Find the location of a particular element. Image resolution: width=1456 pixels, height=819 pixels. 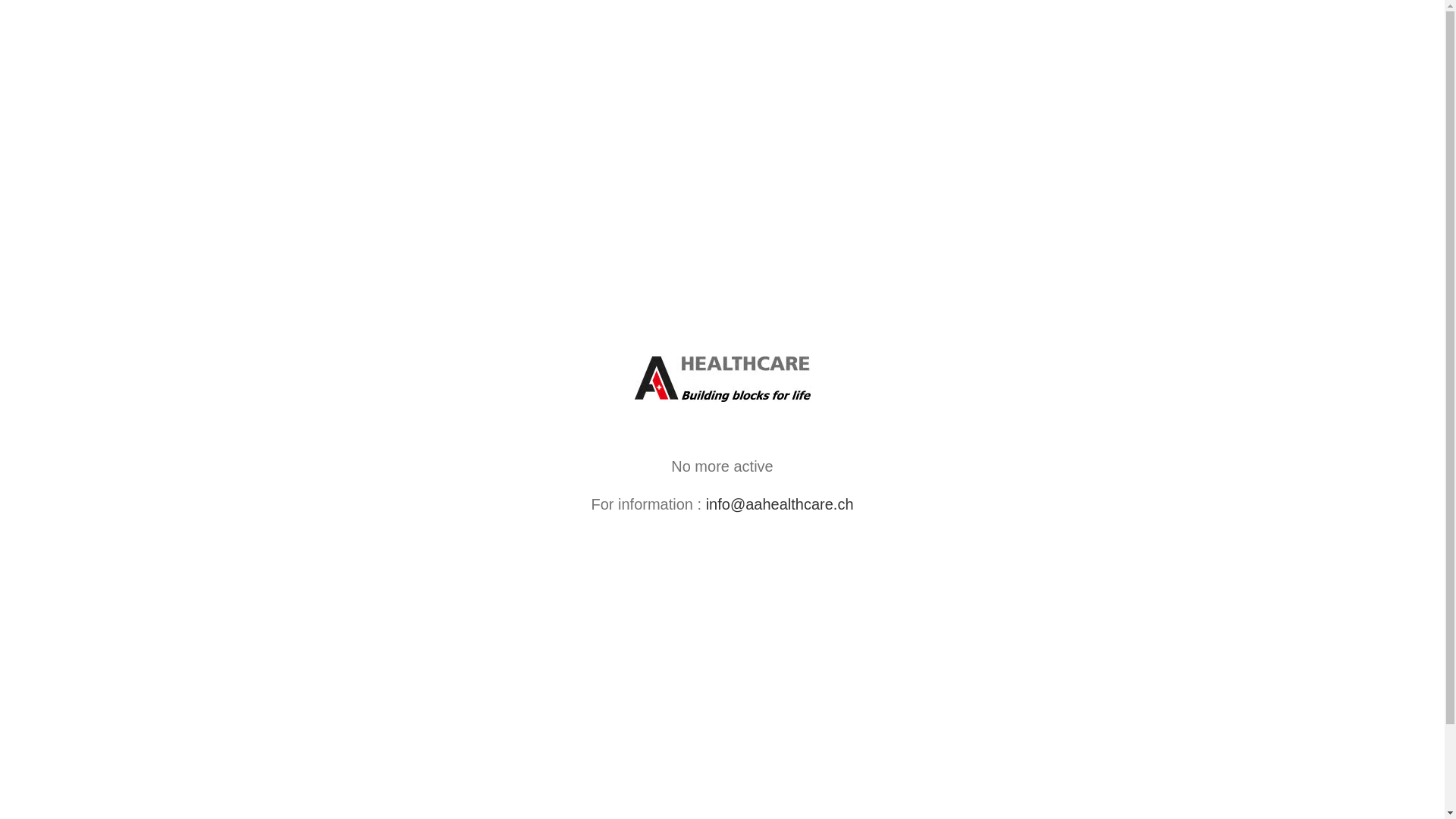

'info@aahealthcare.ch' is located at coordinates (780, 504).